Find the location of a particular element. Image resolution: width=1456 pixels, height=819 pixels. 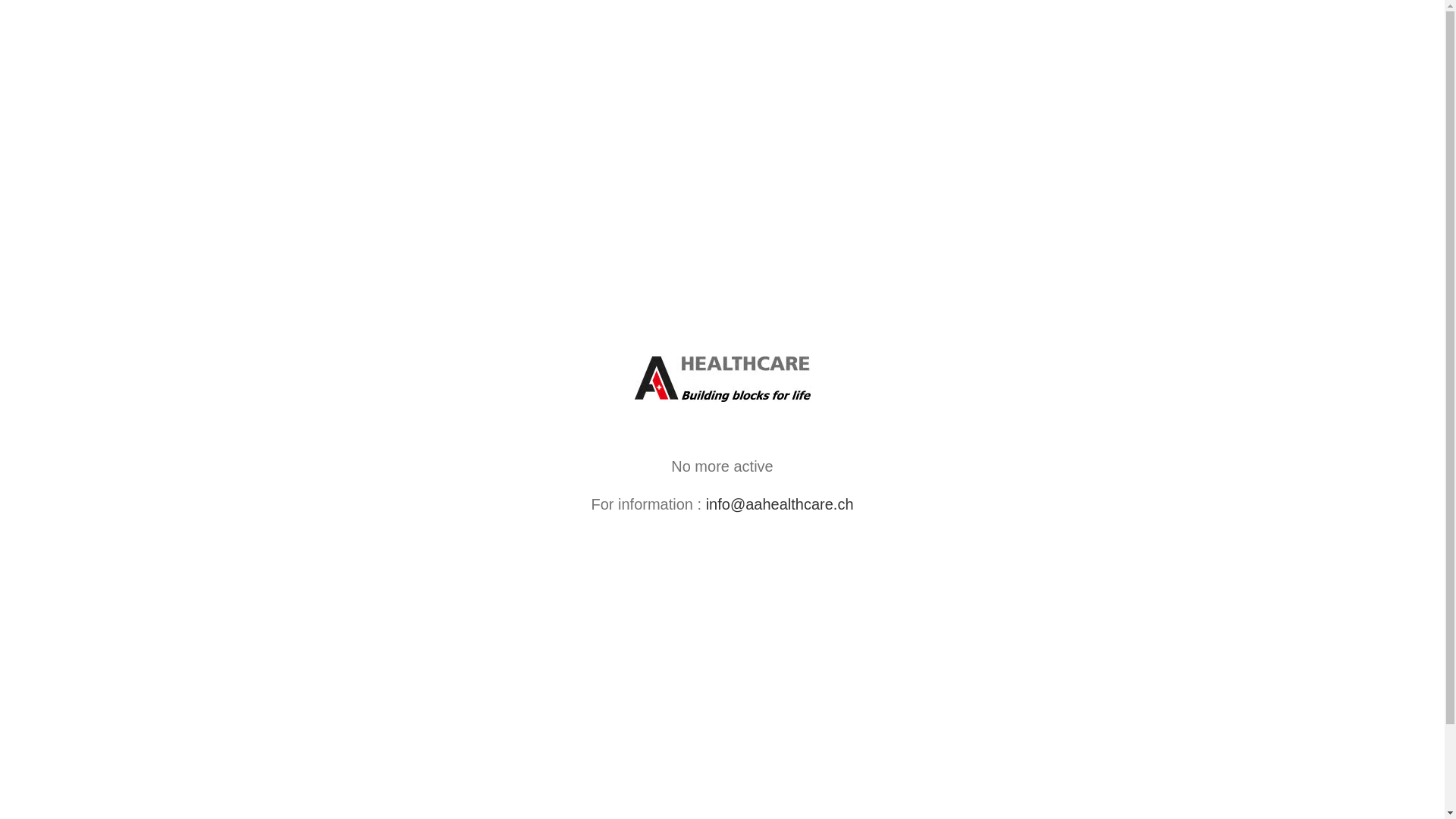

'info@aahealthcare.ch' is located at coordinates (780, 504).